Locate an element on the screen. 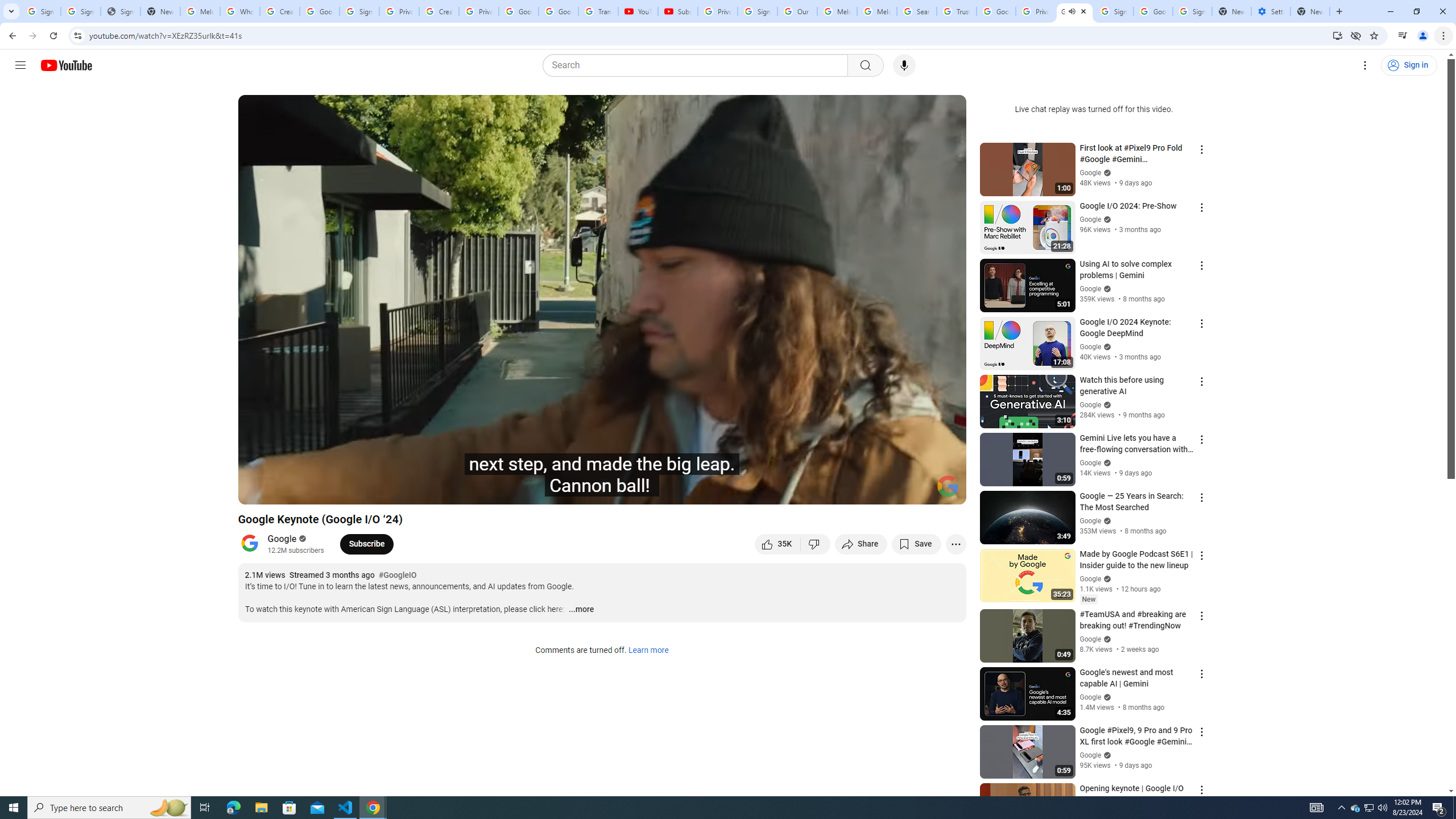 The height and width of the screenshot is (819, 1456). 'Theater mode (t)' is located at coordinates (918, 490).